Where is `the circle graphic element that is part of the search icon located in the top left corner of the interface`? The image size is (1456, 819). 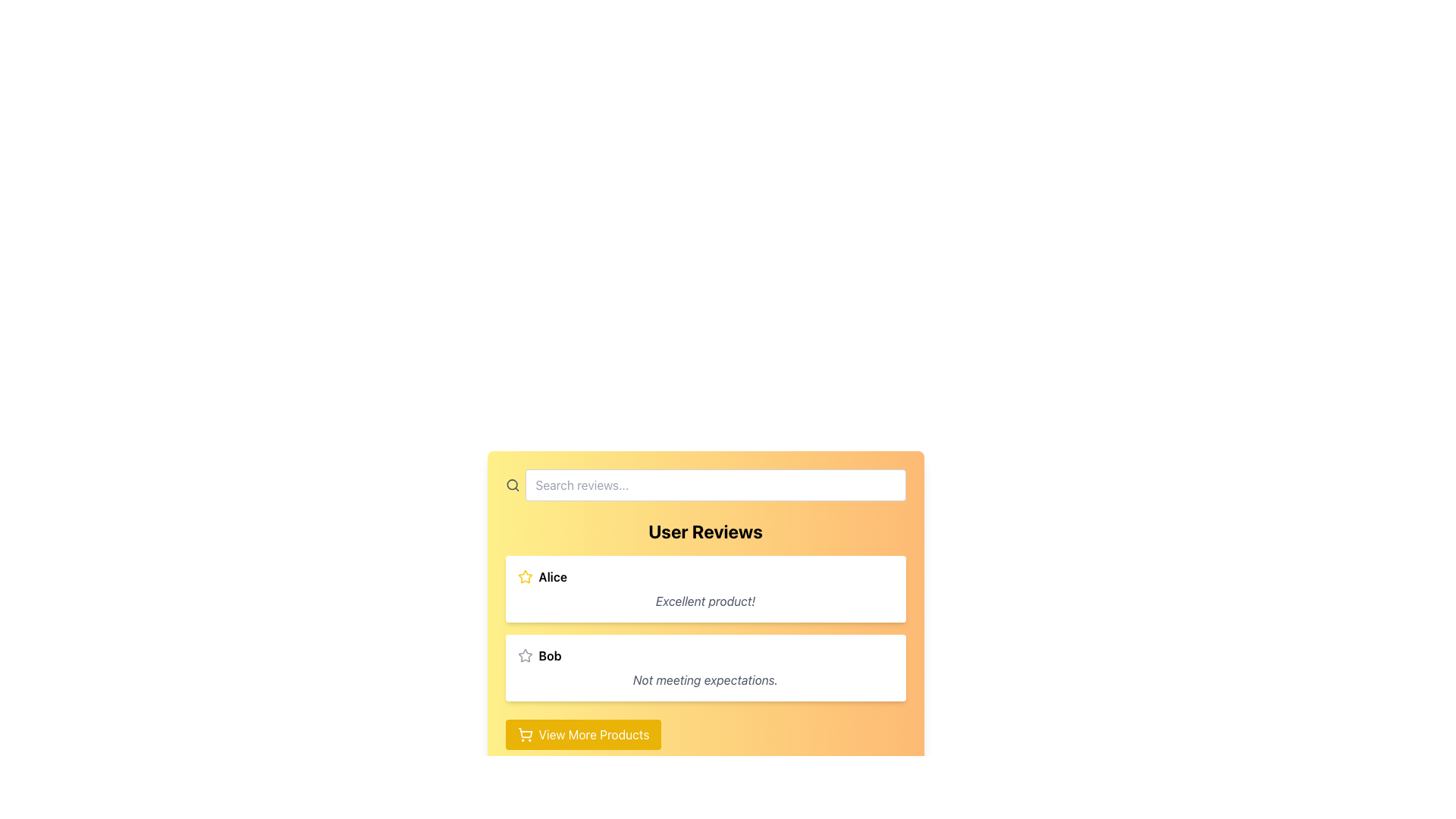 the circle graphic element that is part of the search icon located in the top left corner of the interface is located at coordinates (512, 485).